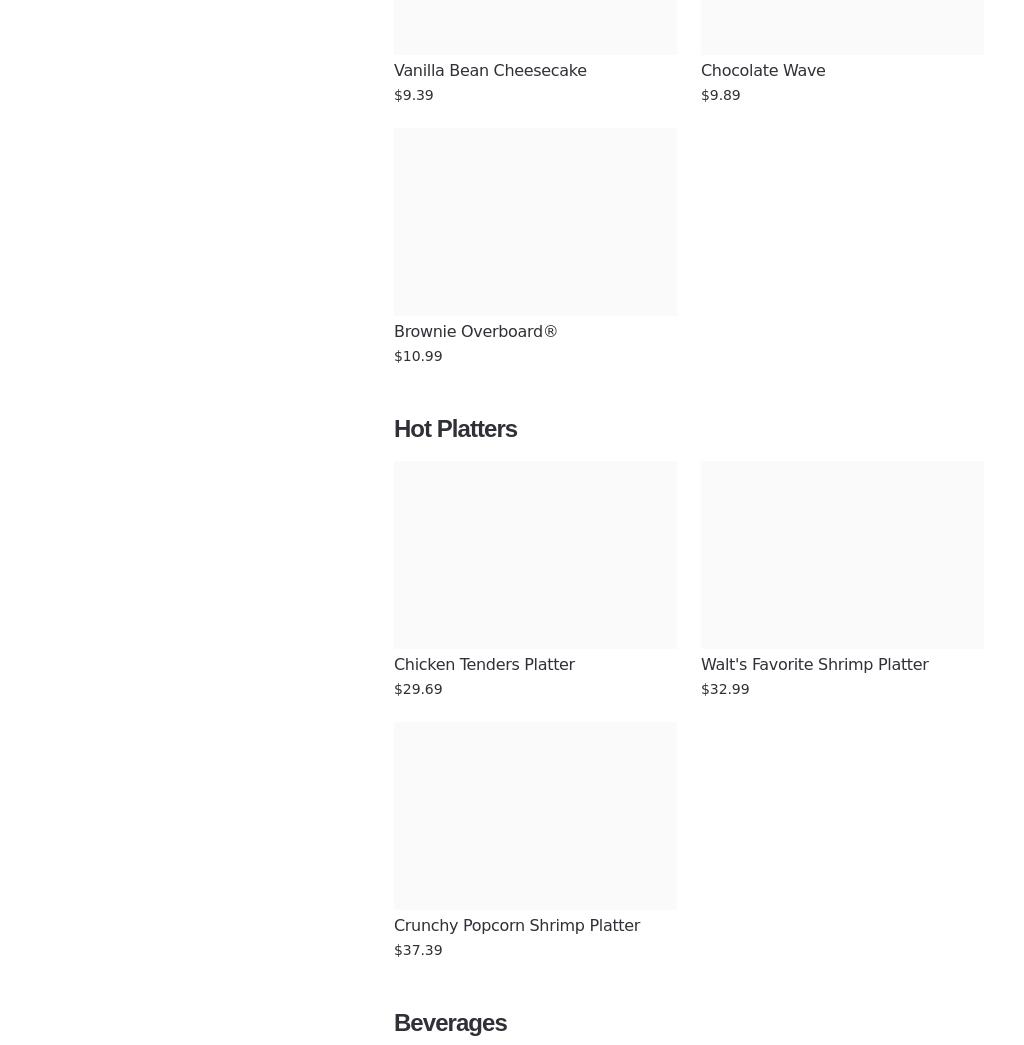  What do you see at coordinates (483, 664) in the screenshot?
I see `'Chicken Tenders Platter'` at bounding box center [483, 664].